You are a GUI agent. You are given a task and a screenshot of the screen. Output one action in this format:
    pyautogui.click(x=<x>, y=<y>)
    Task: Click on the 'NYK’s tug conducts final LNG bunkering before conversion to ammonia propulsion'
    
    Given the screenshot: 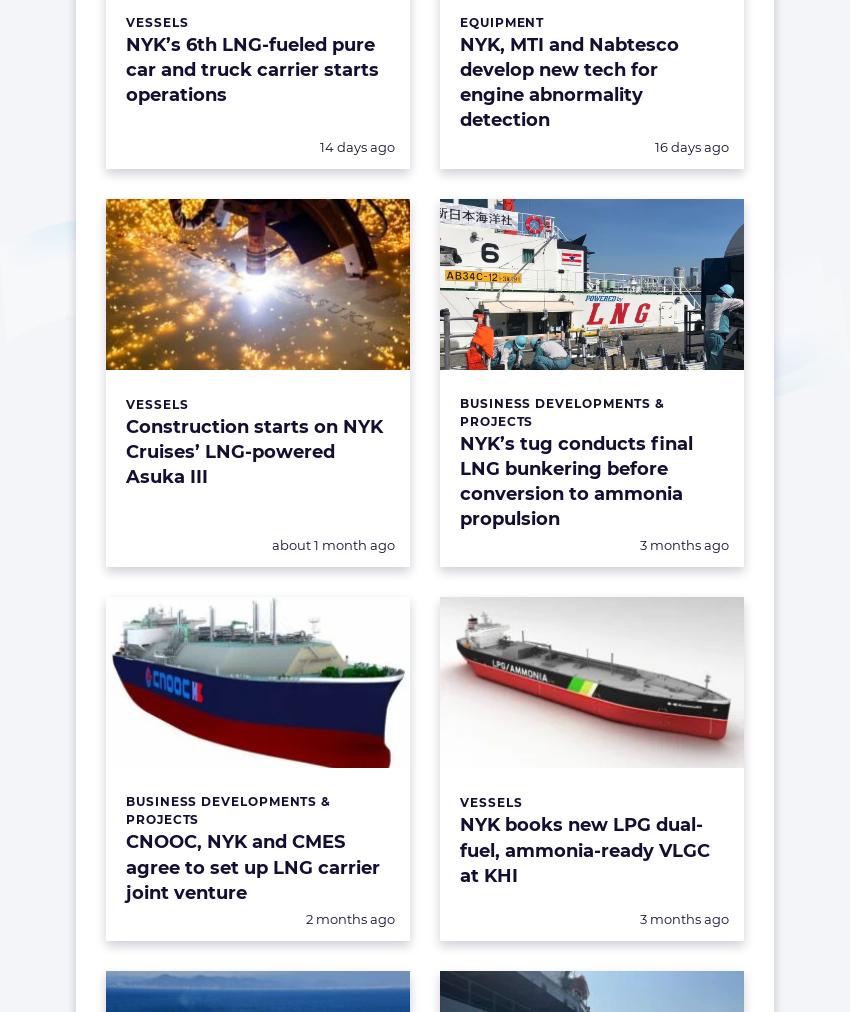 What is the action you would take?
    pyautogui.click(x=459, y=481)
    